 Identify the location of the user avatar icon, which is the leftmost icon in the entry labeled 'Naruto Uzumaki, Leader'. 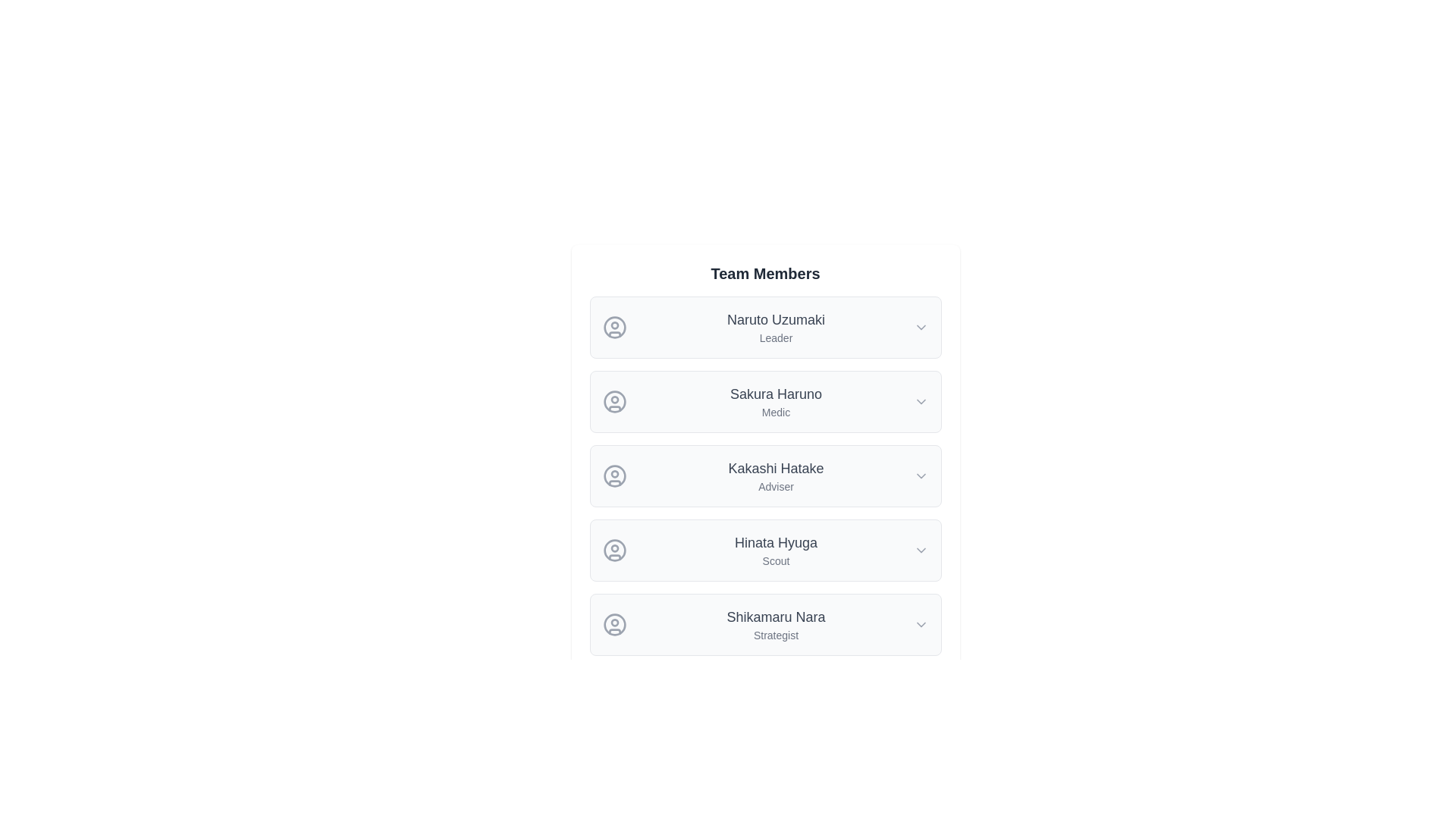
(614, 327).